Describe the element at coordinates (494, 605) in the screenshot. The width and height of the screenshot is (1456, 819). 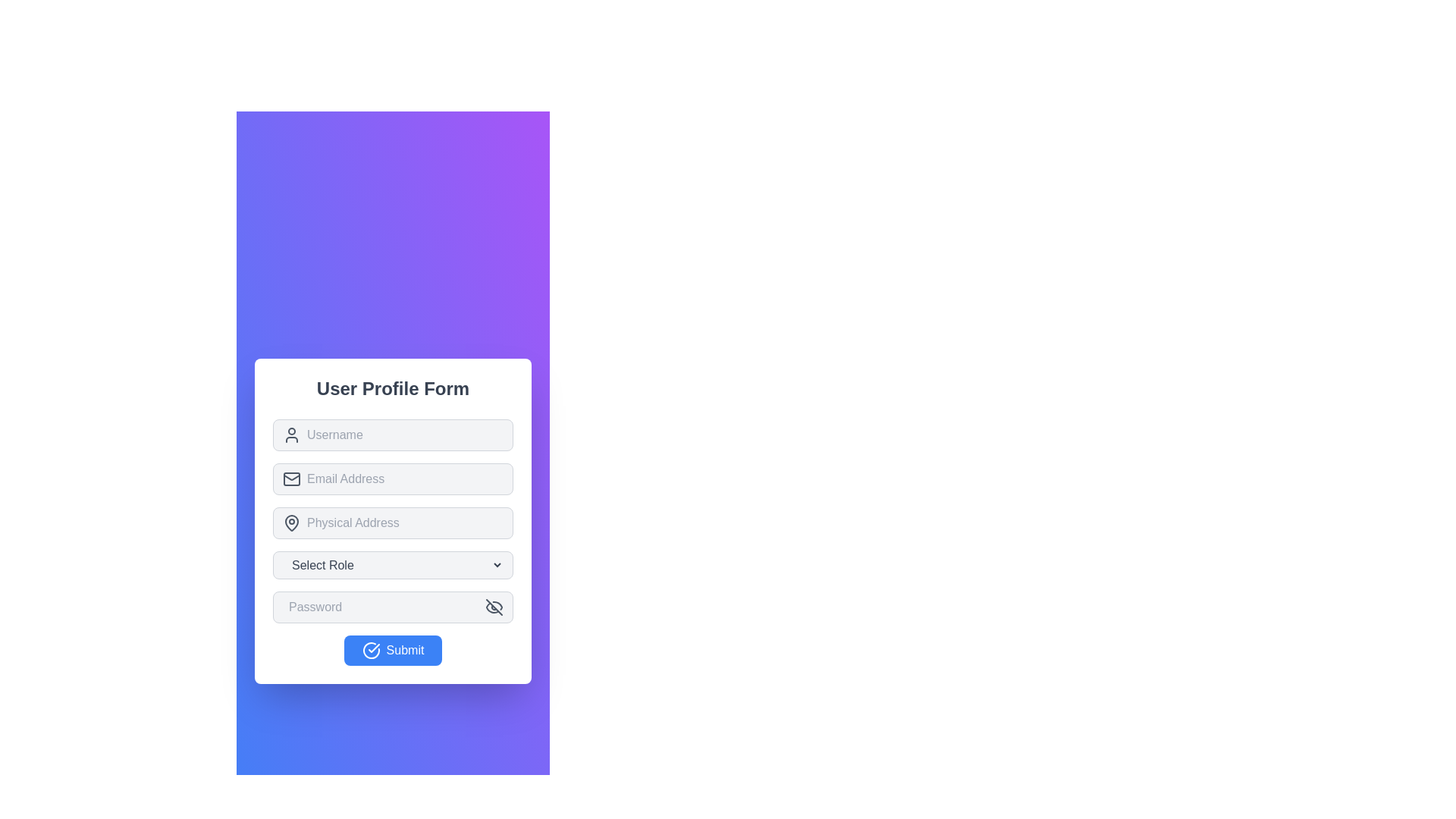
I see `the 'eye crossed out' button at the right end of the 'Password' input field` at that location.